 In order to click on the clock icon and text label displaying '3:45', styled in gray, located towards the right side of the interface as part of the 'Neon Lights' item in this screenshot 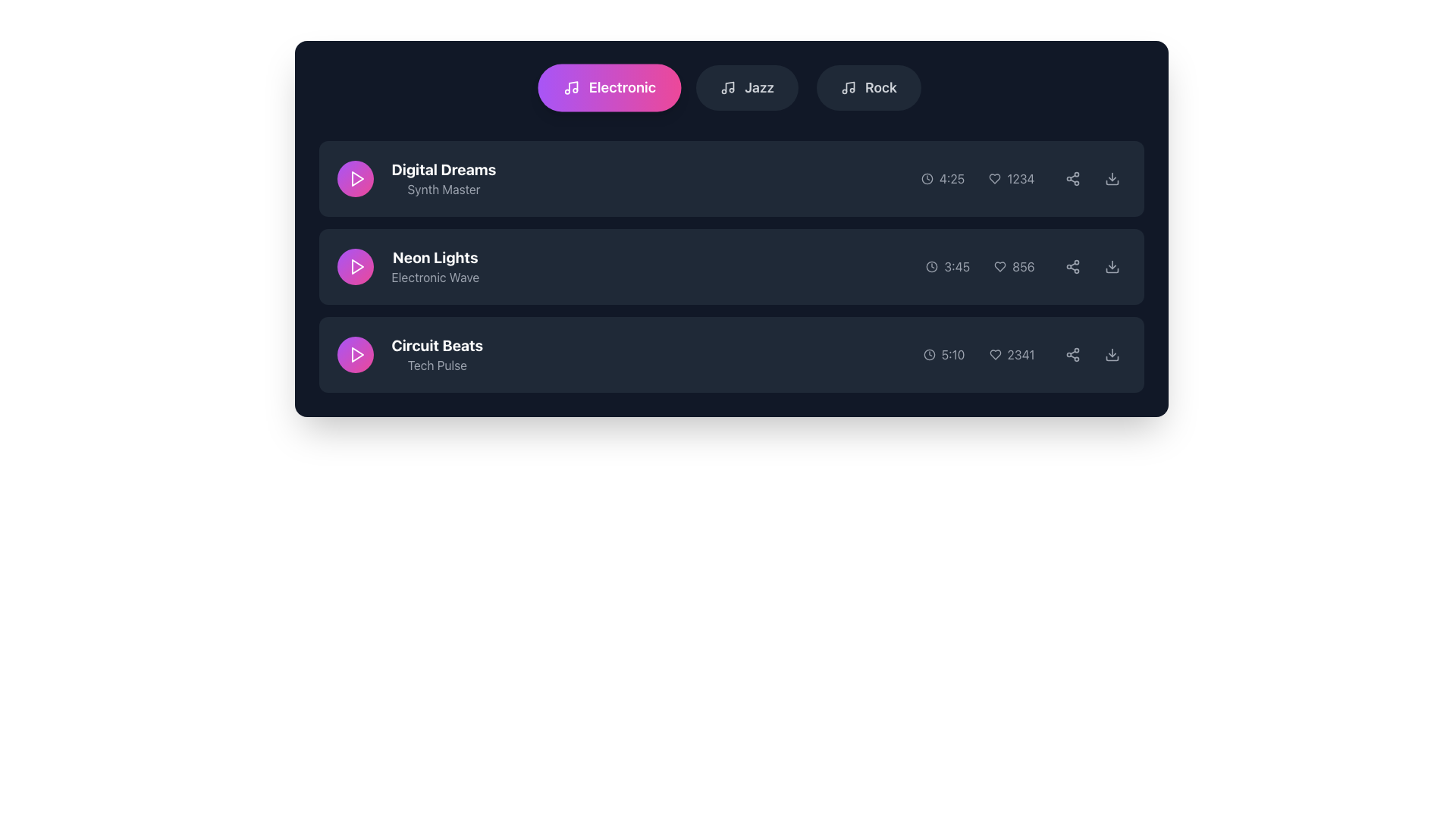, I will do `click(947, 265)`.